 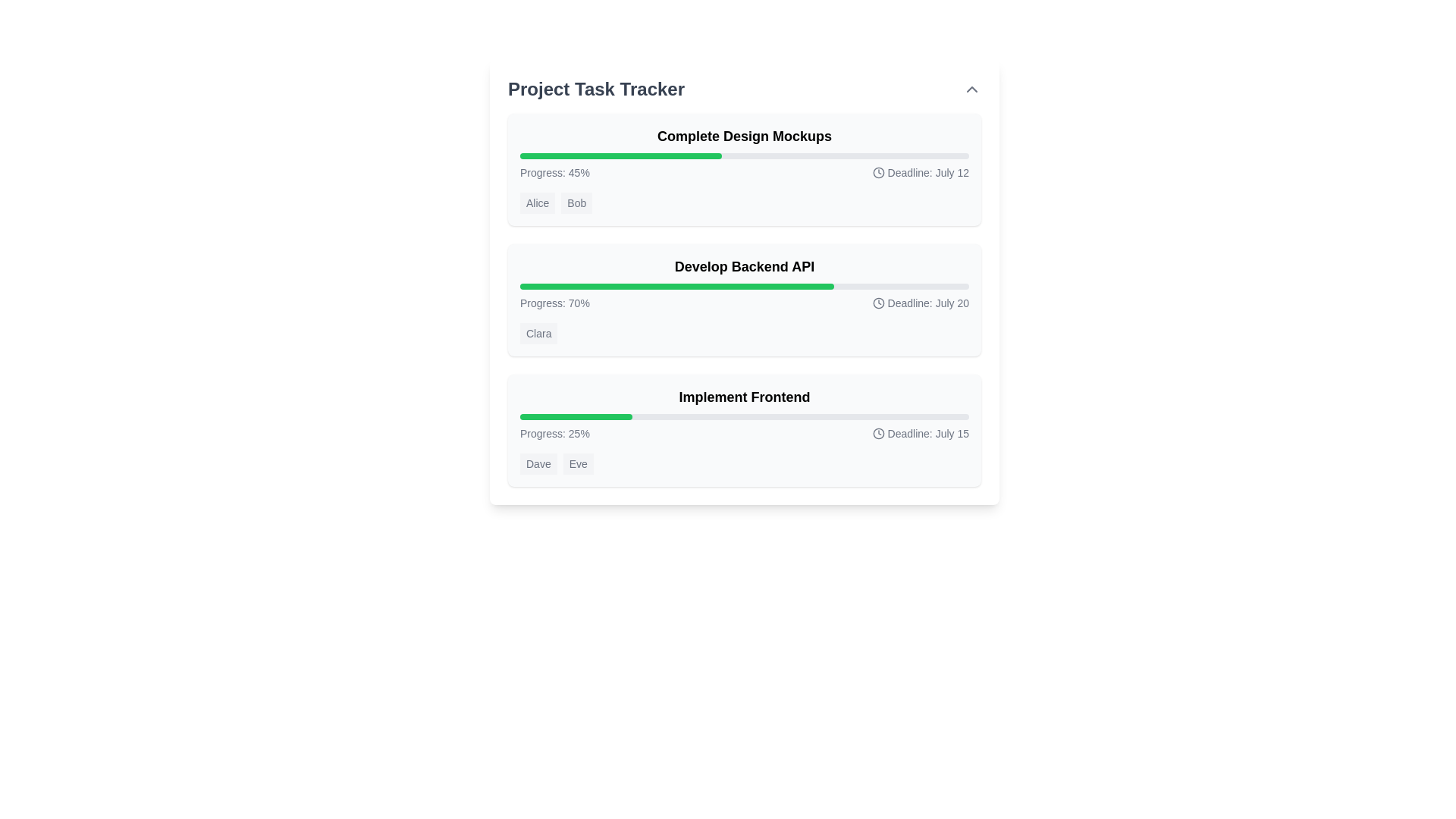 I want to click on the text heading element displaying 'Develop Backend API', which is the title of the card component located centrally at the top of the card, so click(x=745, y=265).